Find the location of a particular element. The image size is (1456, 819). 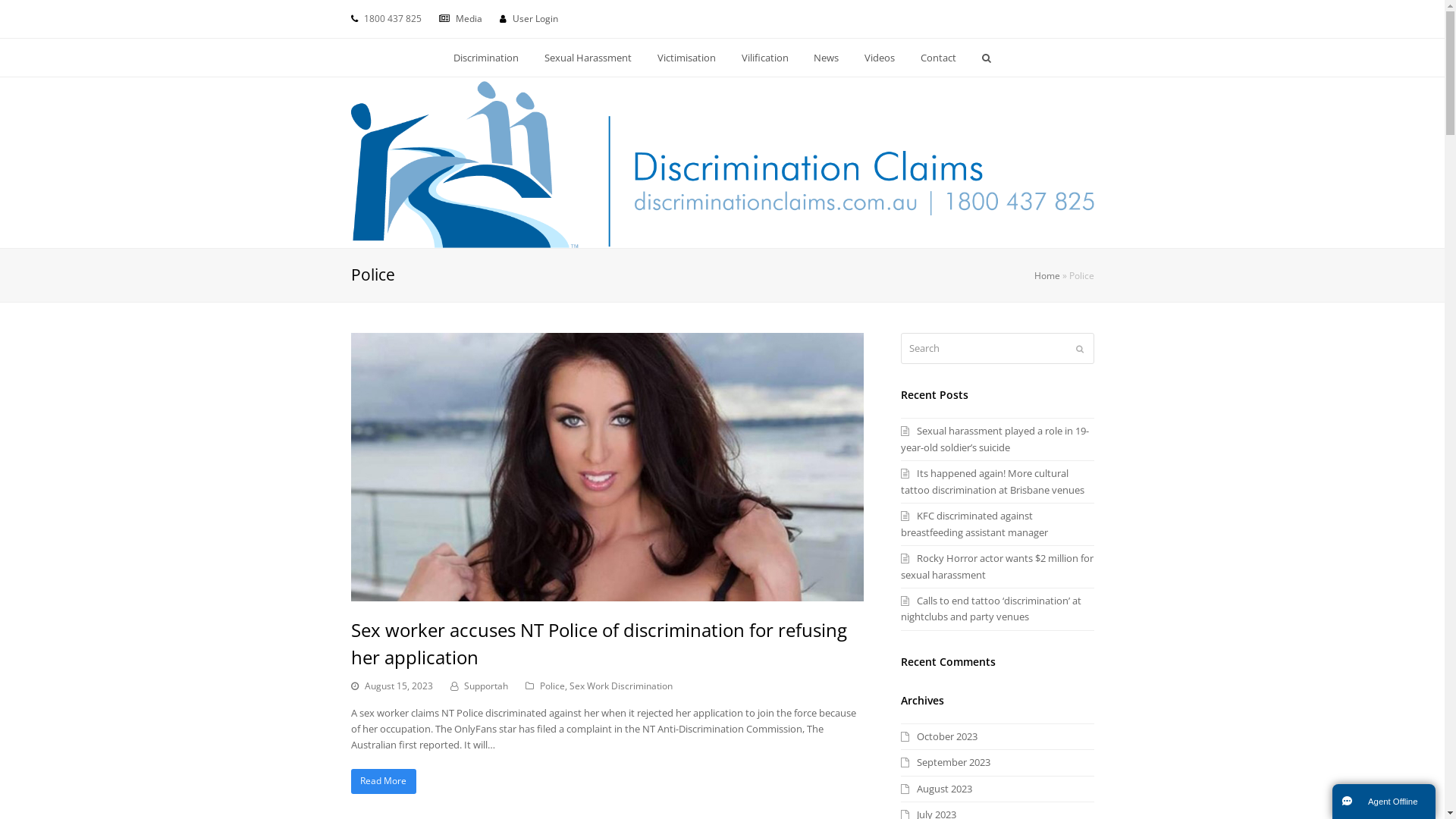

'Sexual Harassment' is located at coordinates (532, 57).